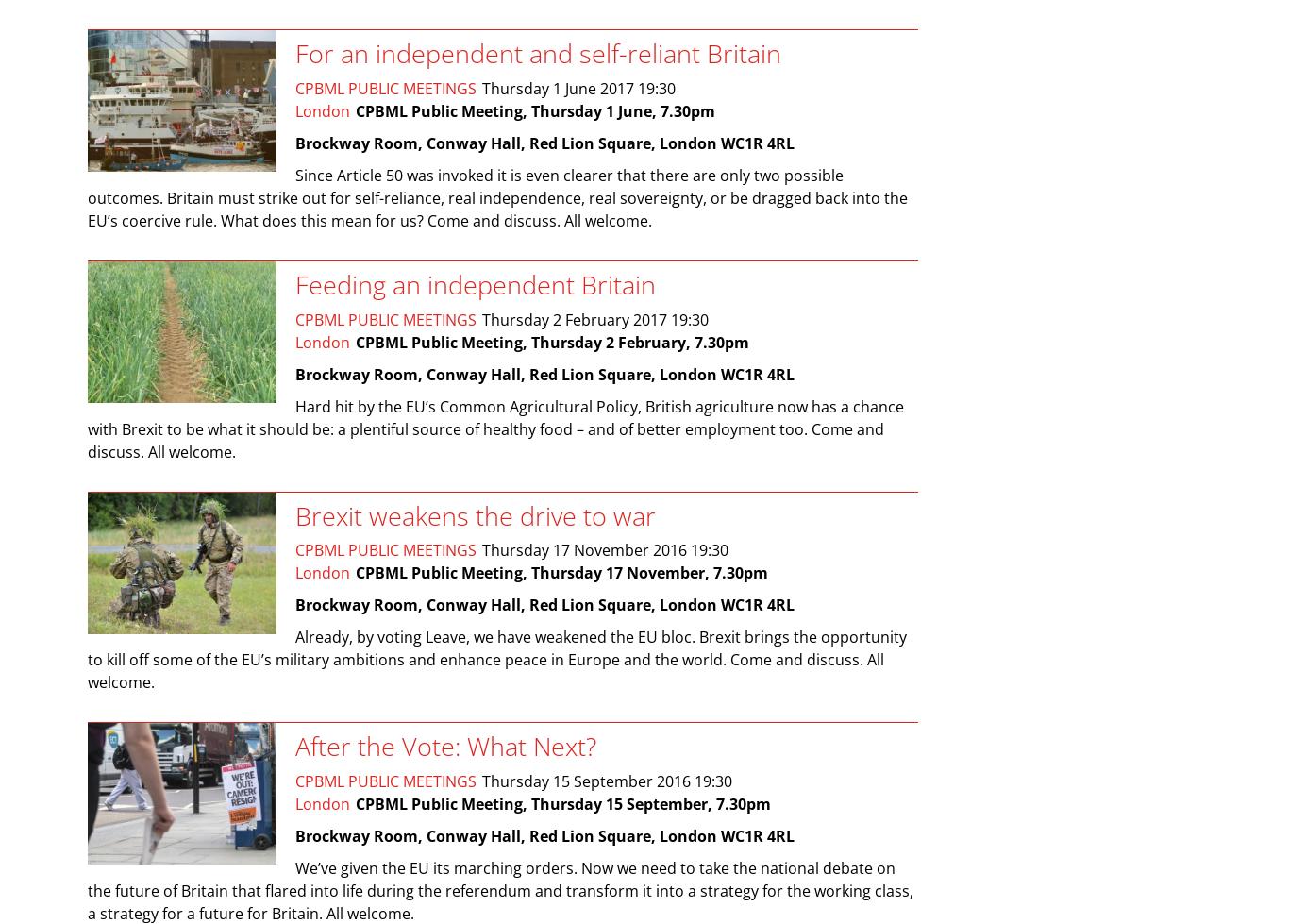 Image resolution: width=1289 pixels, height=924 pixels. I want to click on 'CPBML Public Meeting, Thursday 17 November, 7.30pm', so click(561, 571).